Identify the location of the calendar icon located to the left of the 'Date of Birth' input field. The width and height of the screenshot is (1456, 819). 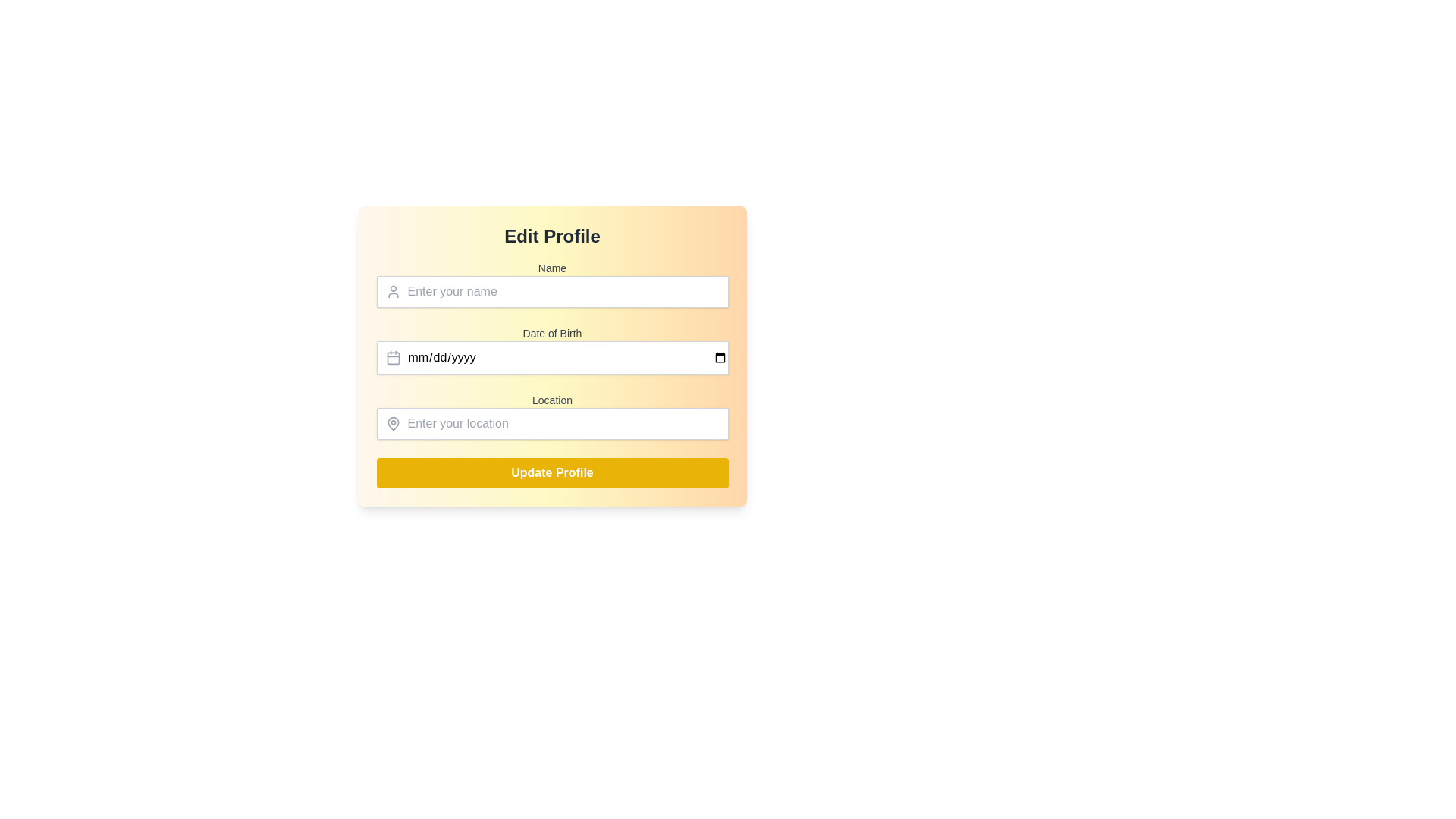
(393, 358).